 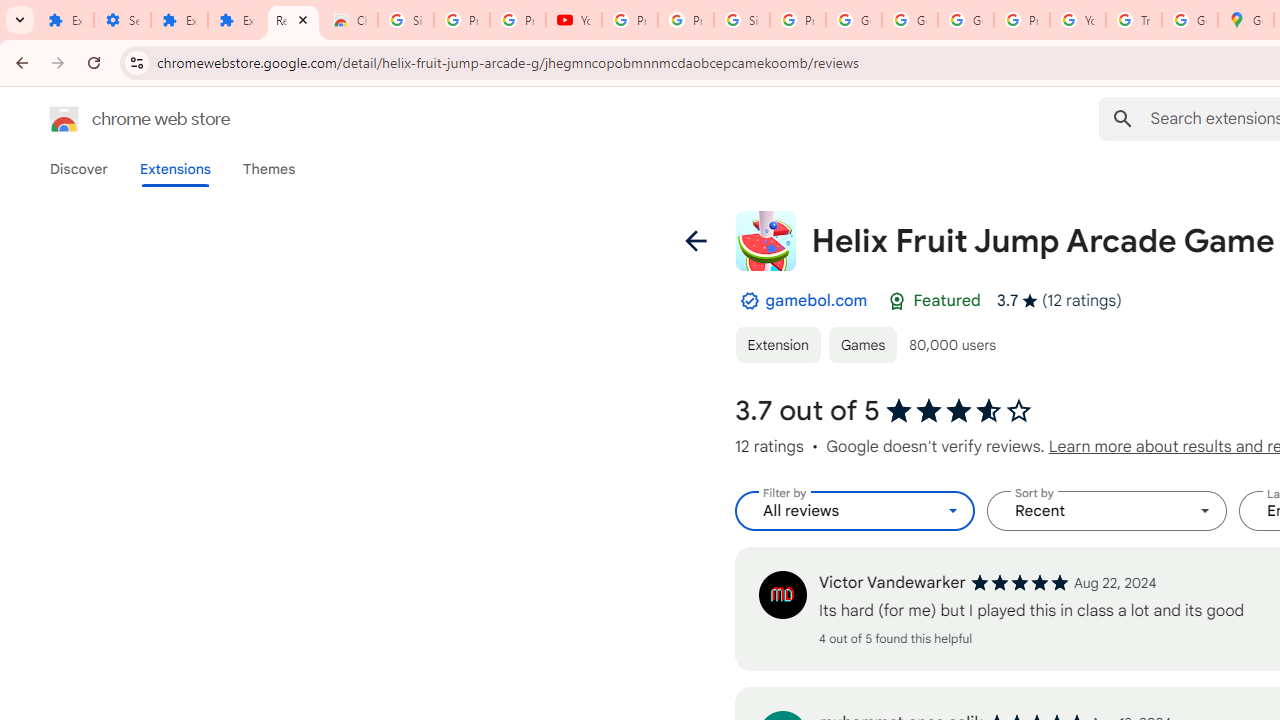 What do you see at coordinates (764, 239) in the screenshot?
I see `'Item logo image for Helix Fruit Jump Arcade Game'` at bounding box center [764, 239].